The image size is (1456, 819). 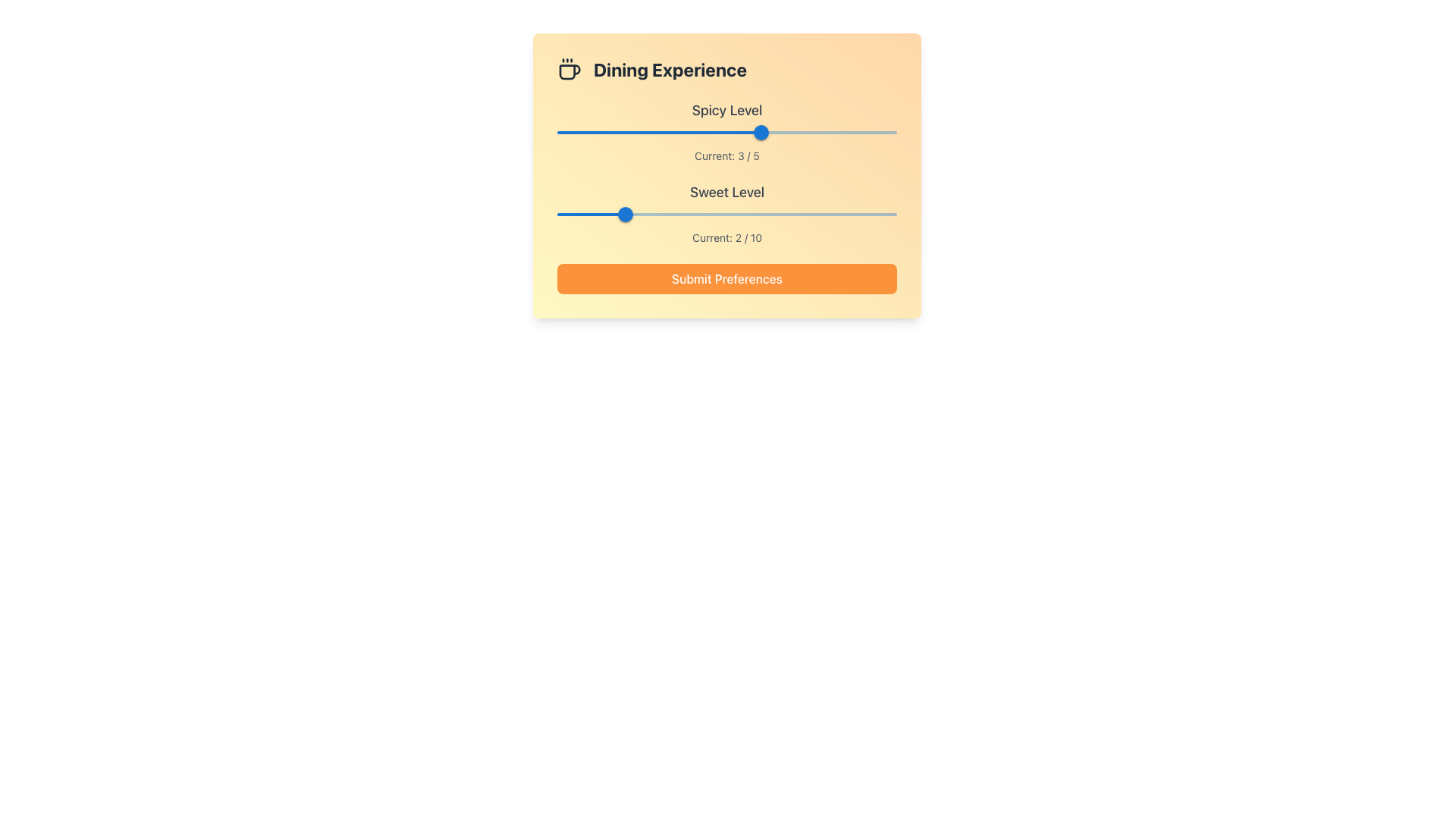 What do you see at coordinates (726, 214) in the screenshot?
I see `the Slider Rail element, which is a horizontal bar located below the 'Sweet Level' label and above the 'Current: 2/10' value display` at bounding box center [726, 214].